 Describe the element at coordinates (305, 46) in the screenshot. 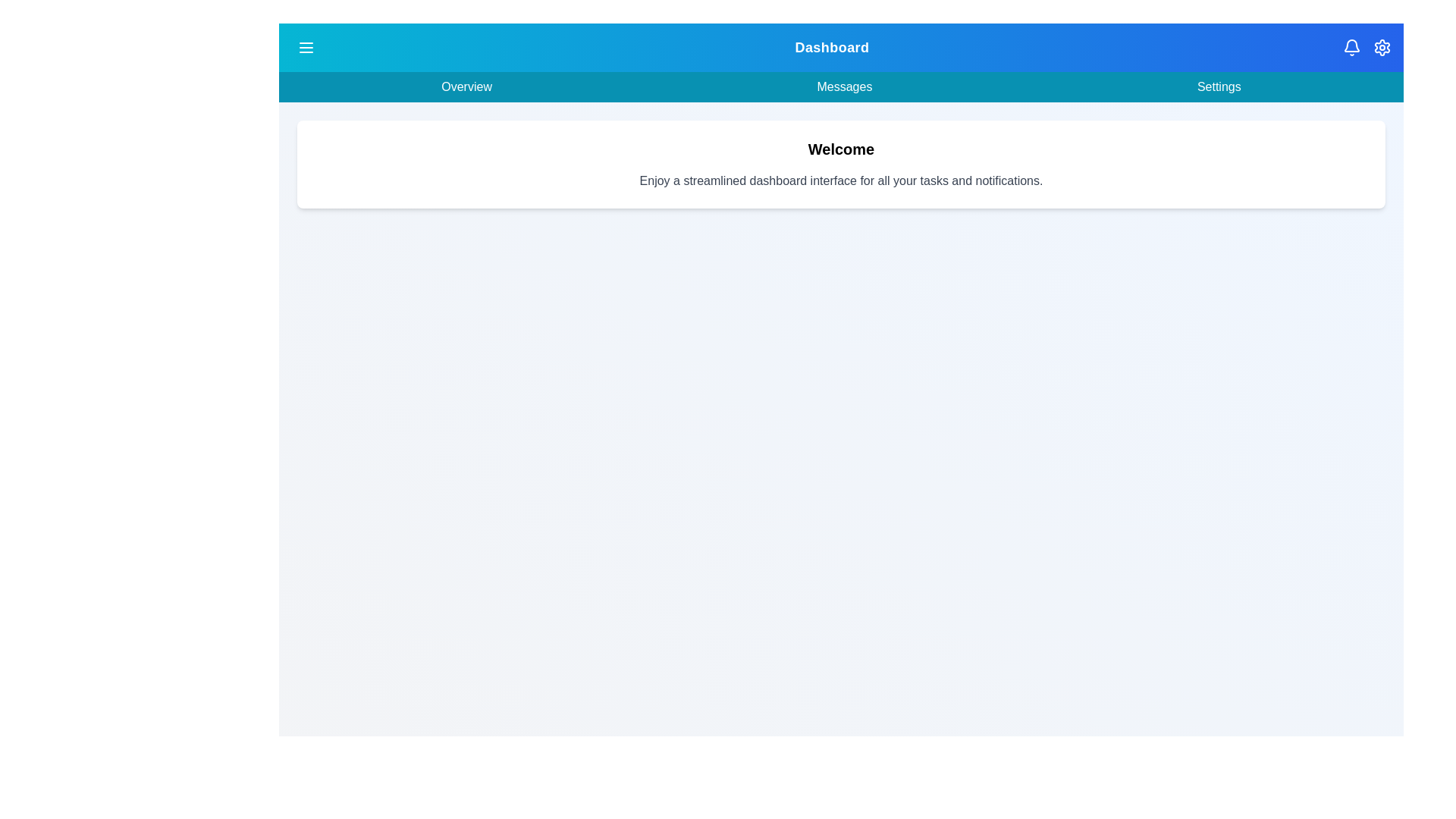

I see `the menu_button to inspect its behavior` at that location.